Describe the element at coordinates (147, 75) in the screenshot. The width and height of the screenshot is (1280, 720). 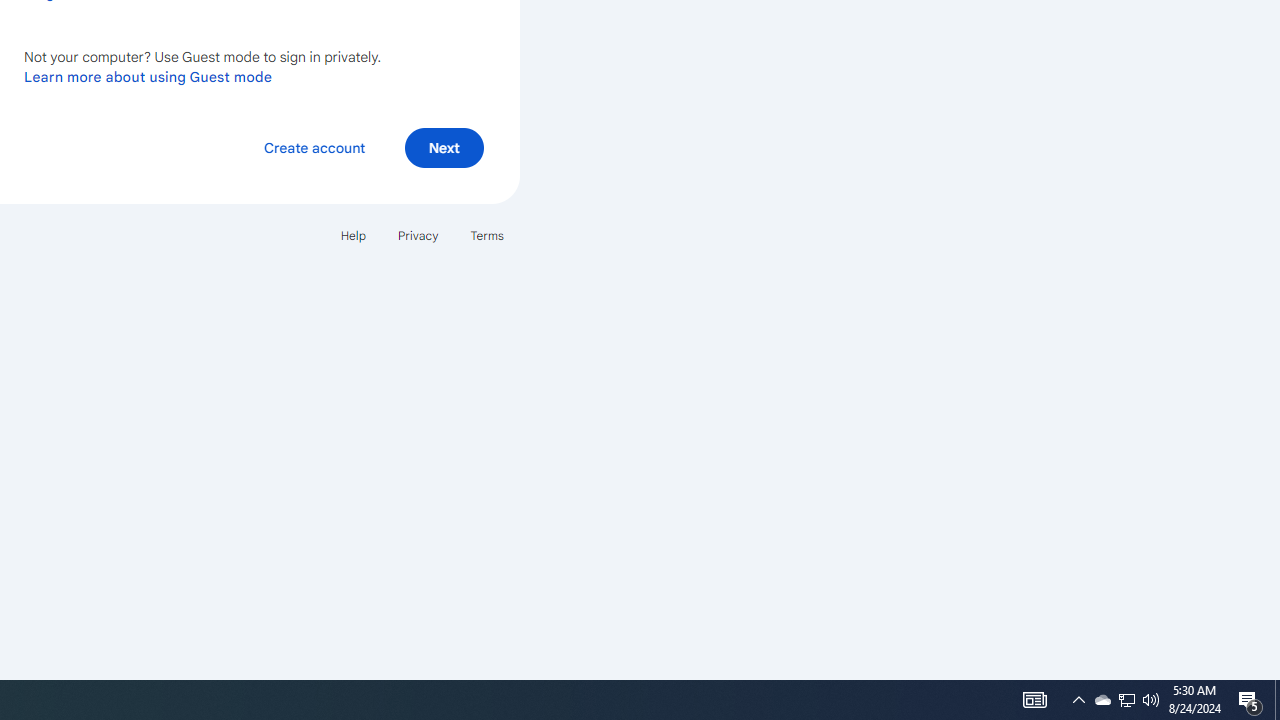
I see `'Learn more about using Guest mode'` at that location.